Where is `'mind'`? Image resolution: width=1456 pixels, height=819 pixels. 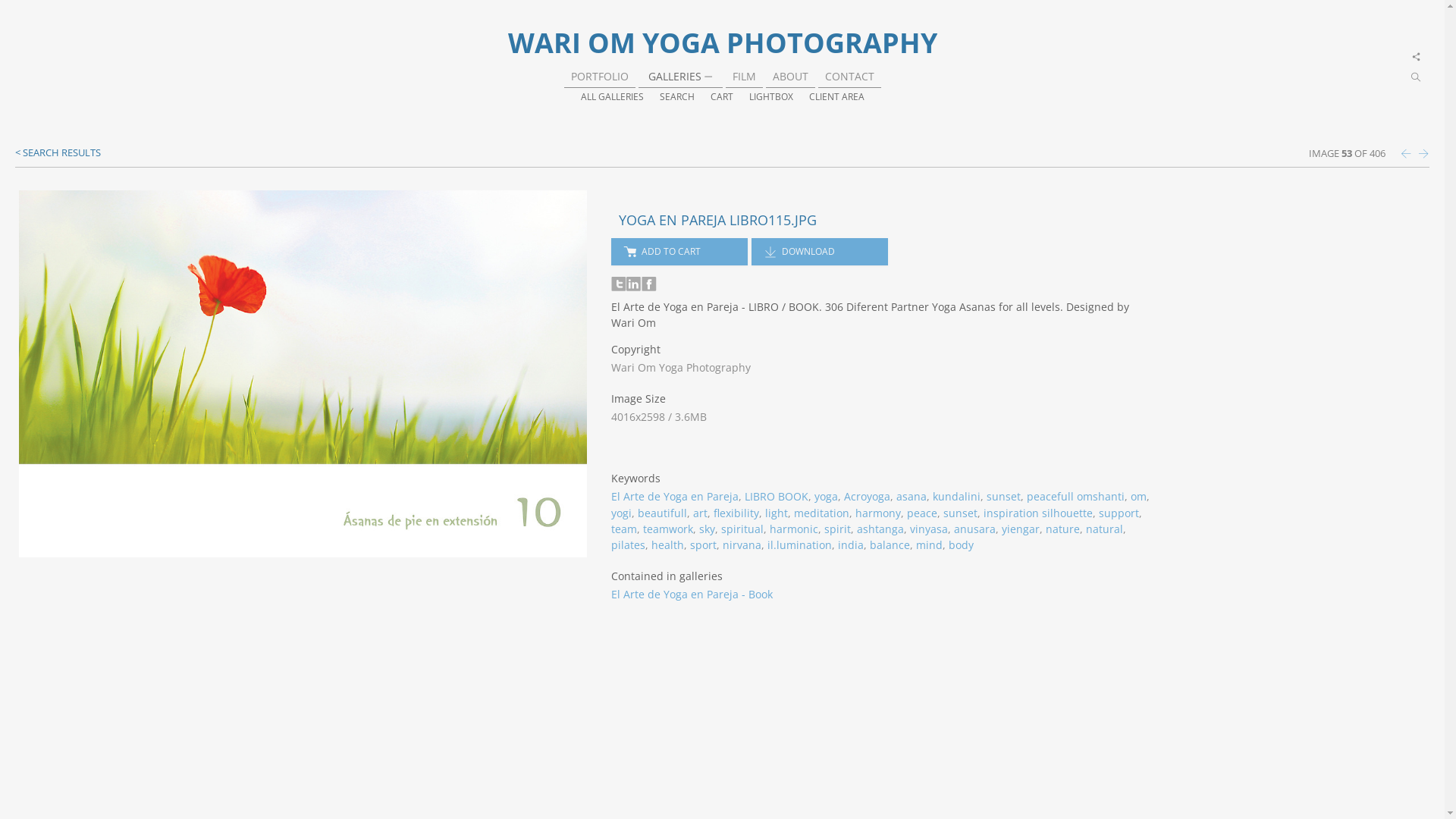
'mind' is located at coordinates (928, 544).